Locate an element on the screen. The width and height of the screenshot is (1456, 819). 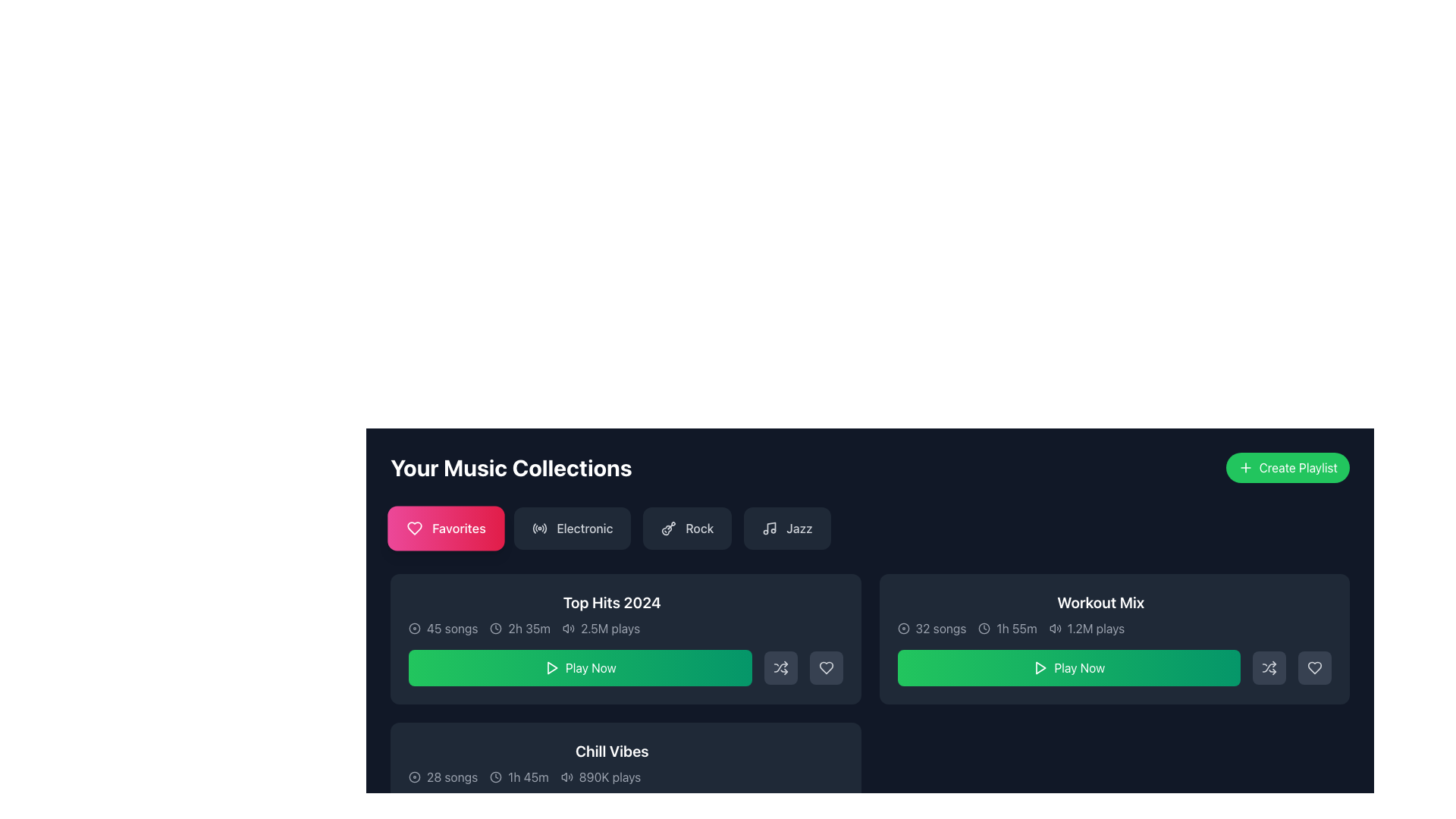
metadata information about the 'Workout Mix' playlist, which includes the number of songs, total duration, and total plays, located below the title 'Workout Mix' and above the 'Play Now' button is located at coordinates (1100, 629).